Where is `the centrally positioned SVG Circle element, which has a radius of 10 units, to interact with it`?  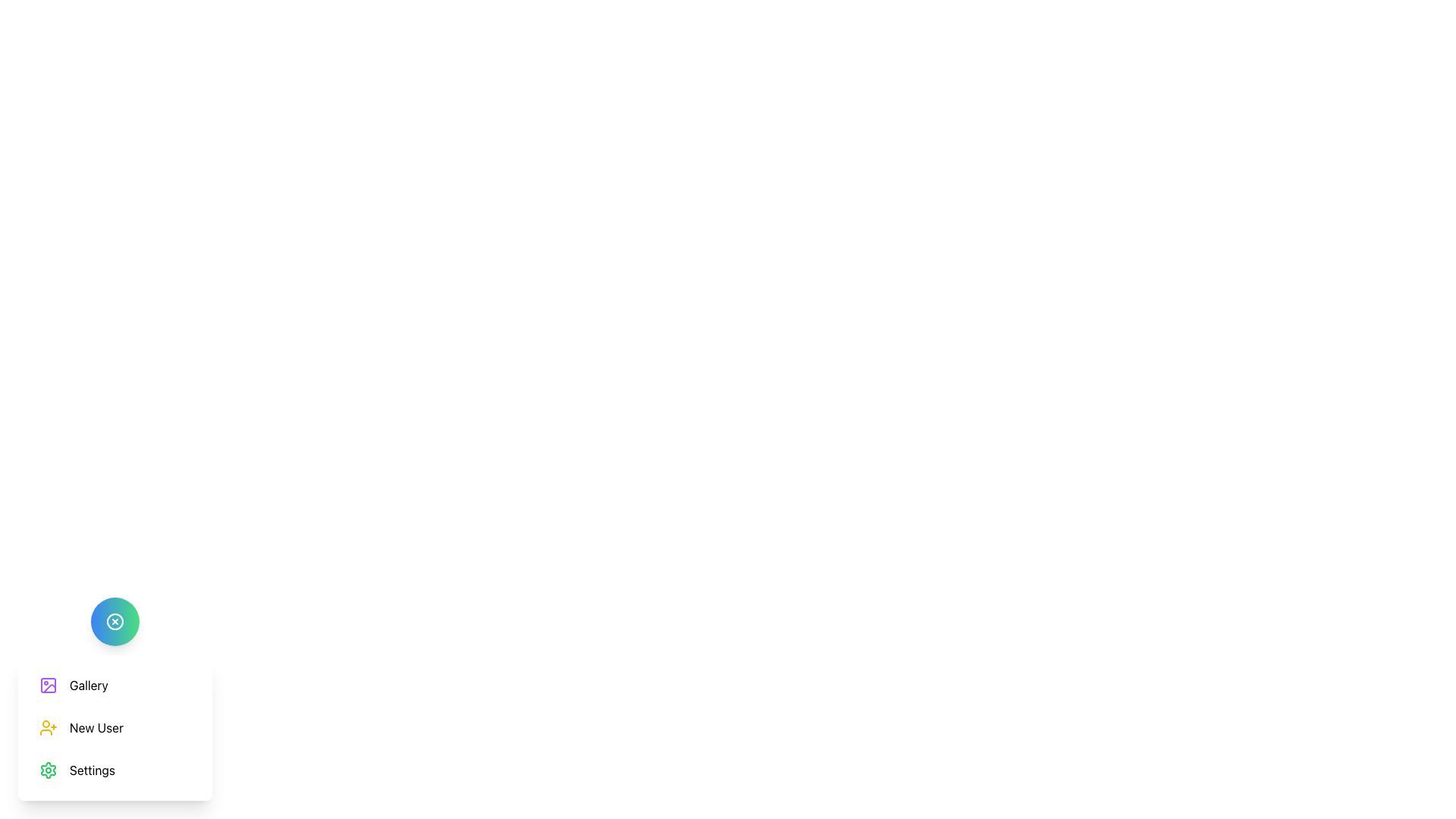
the centrally positioned SVG Circle element, which has a radius of 10 units, to interact with it is located at coordinates (115, 622).